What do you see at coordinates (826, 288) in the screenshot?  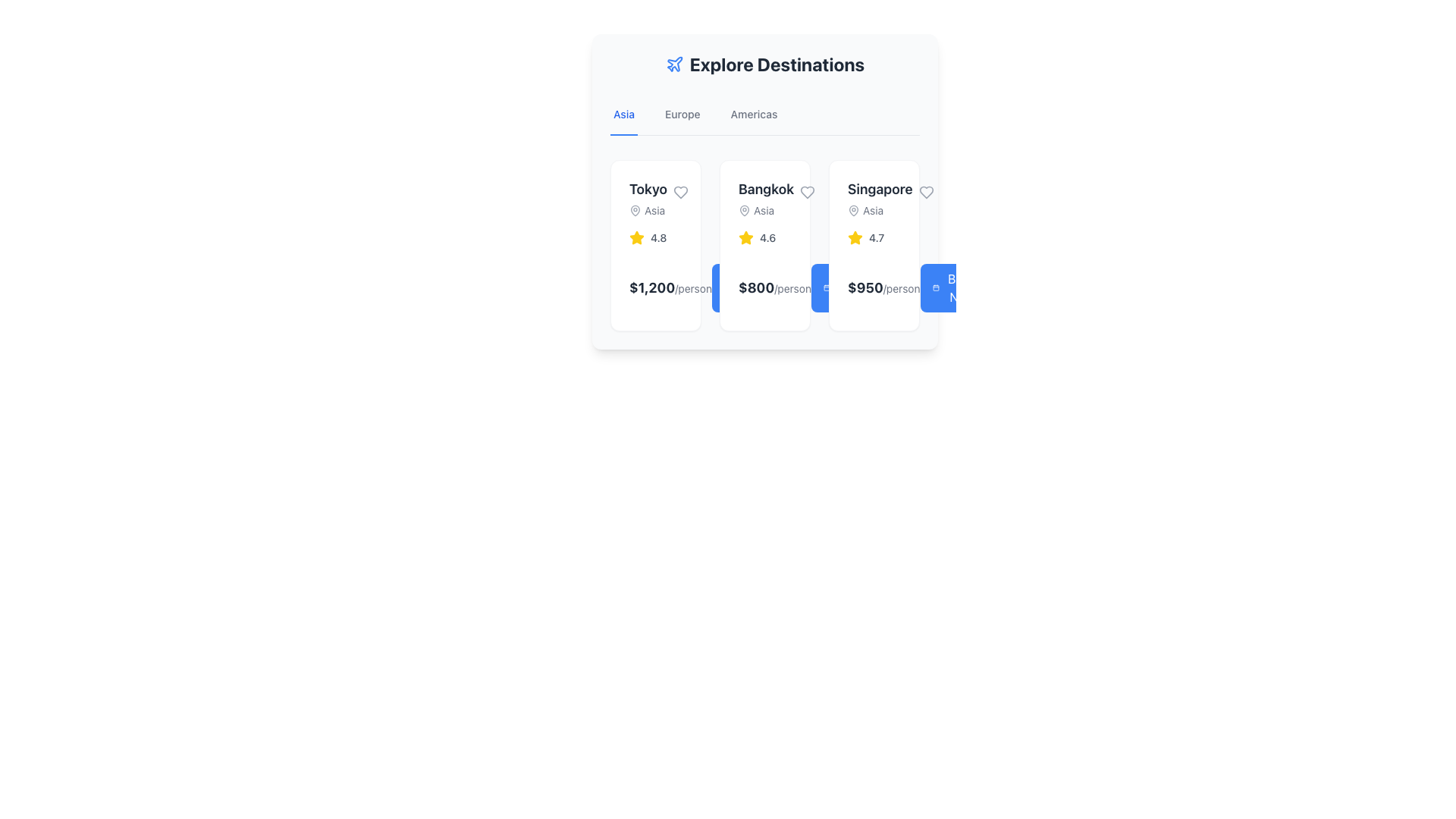 I see `SVG calendar icon located to the left of the 'Book Now' button in the bottom-right corner of the travel destination card for Singapore` at bounding box center [826, 288].